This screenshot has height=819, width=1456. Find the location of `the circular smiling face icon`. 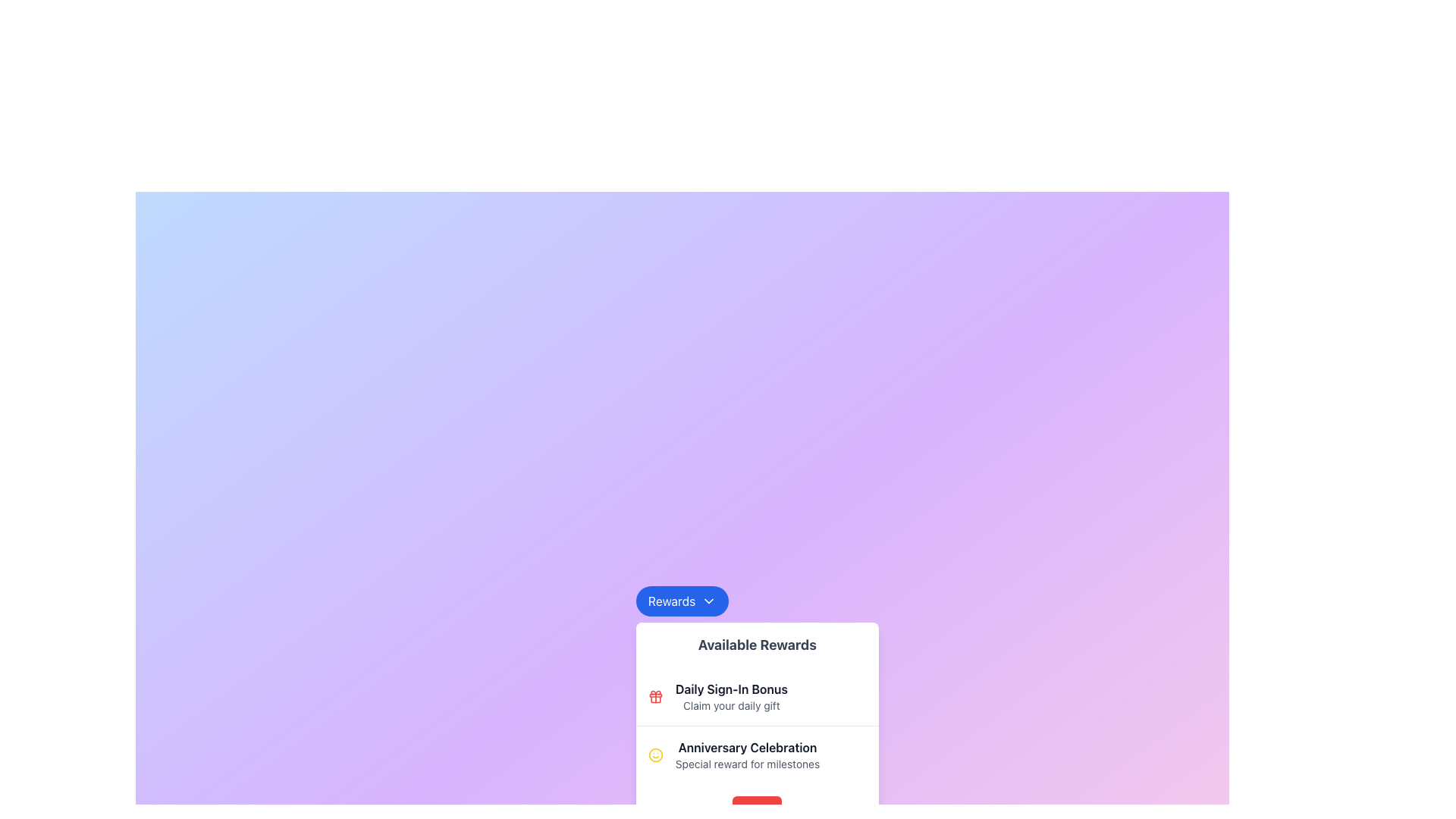

the circular smiling face icon is located at coordinates (655, 755).